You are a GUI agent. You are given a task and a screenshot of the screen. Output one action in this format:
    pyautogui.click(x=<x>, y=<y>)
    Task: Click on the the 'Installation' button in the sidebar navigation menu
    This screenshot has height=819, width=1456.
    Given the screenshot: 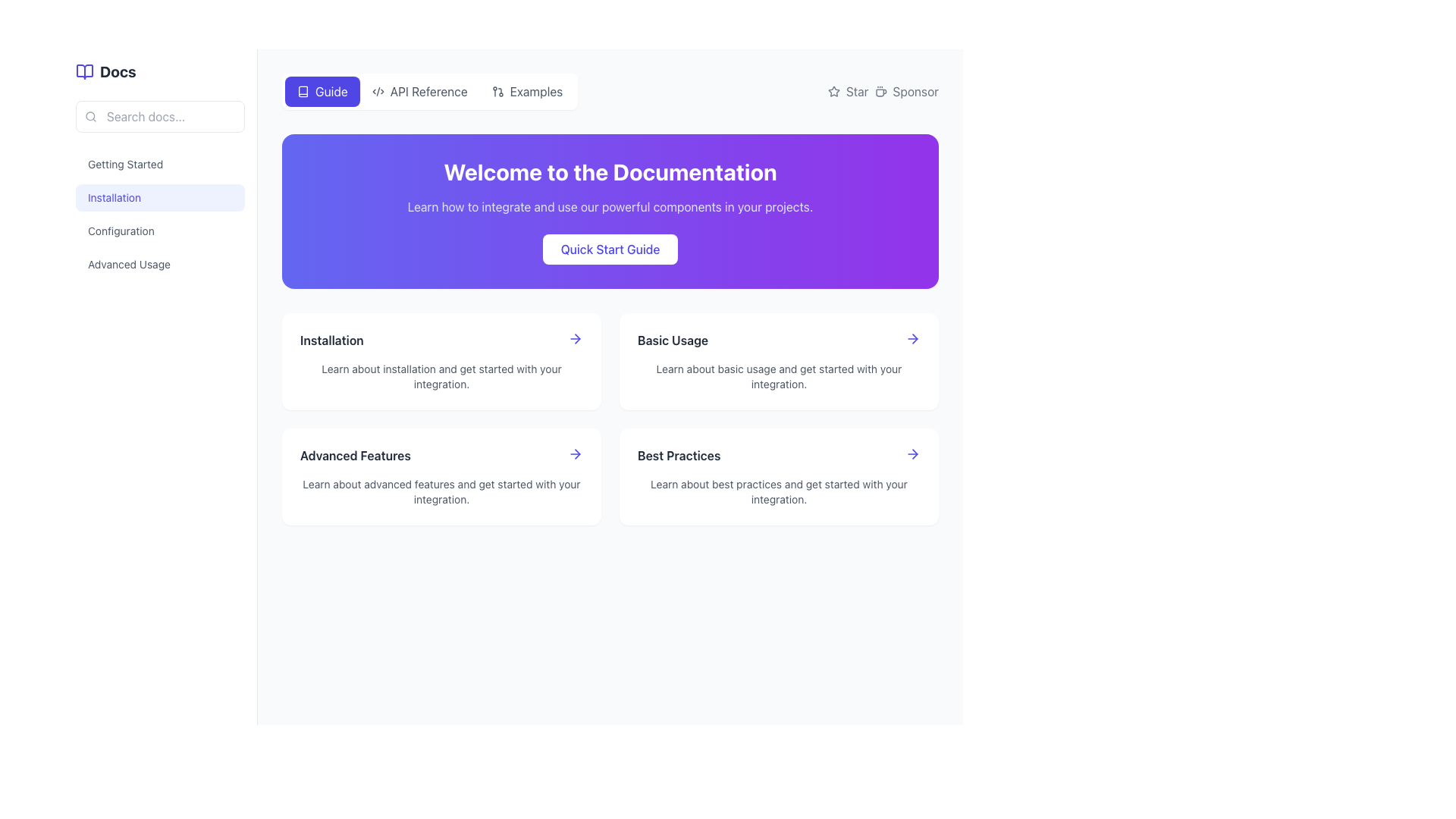 What is the action you would take?
    pyautogui.click(x=160, y=214)
    